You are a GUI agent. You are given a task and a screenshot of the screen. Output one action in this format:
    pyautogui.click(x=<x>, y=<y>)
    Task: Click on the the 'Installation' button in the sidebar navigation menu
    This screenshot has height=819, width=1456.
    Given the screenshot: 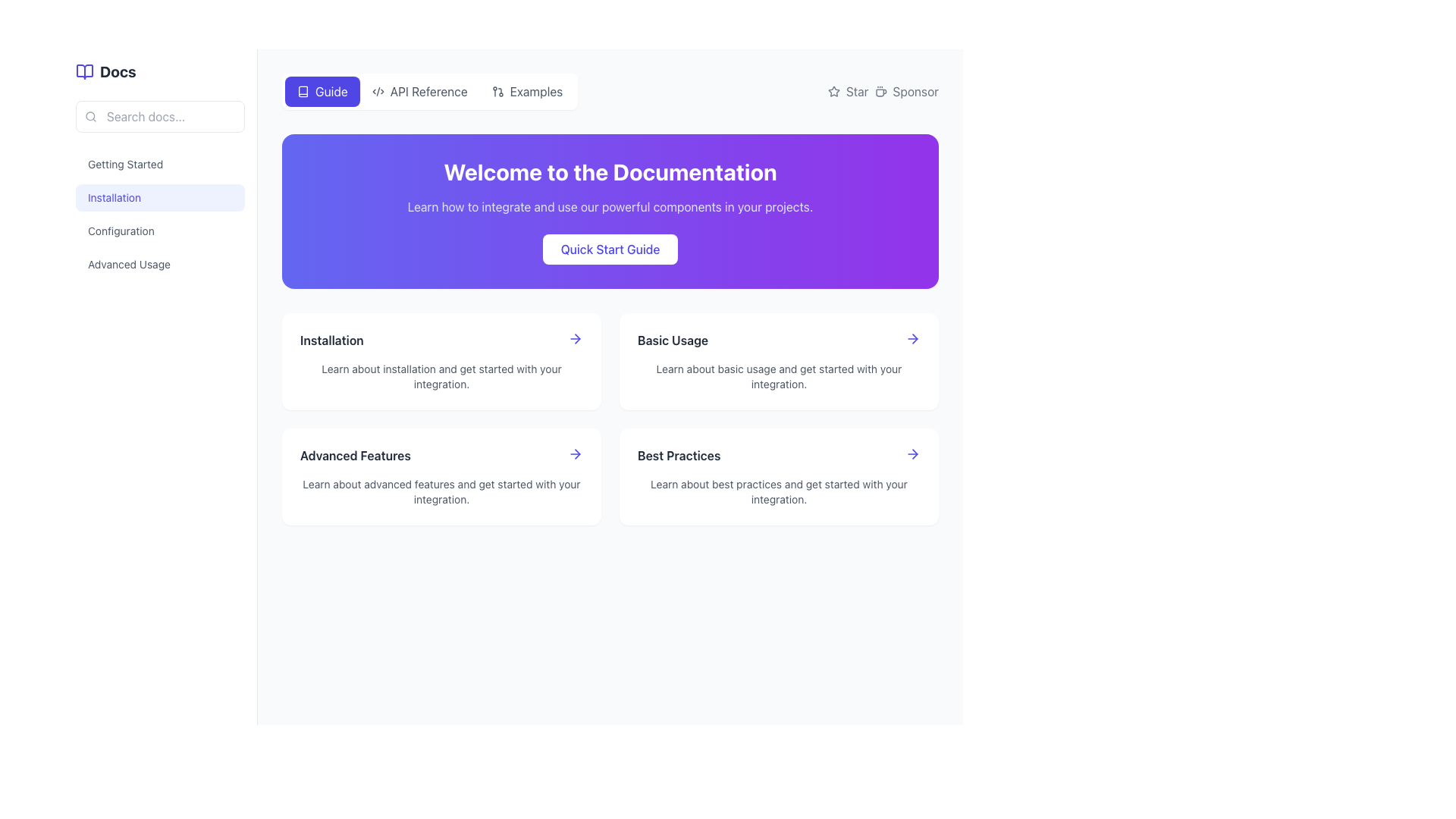 What is the action you would take?
    pyautogui.click(x=160, y=214)
    